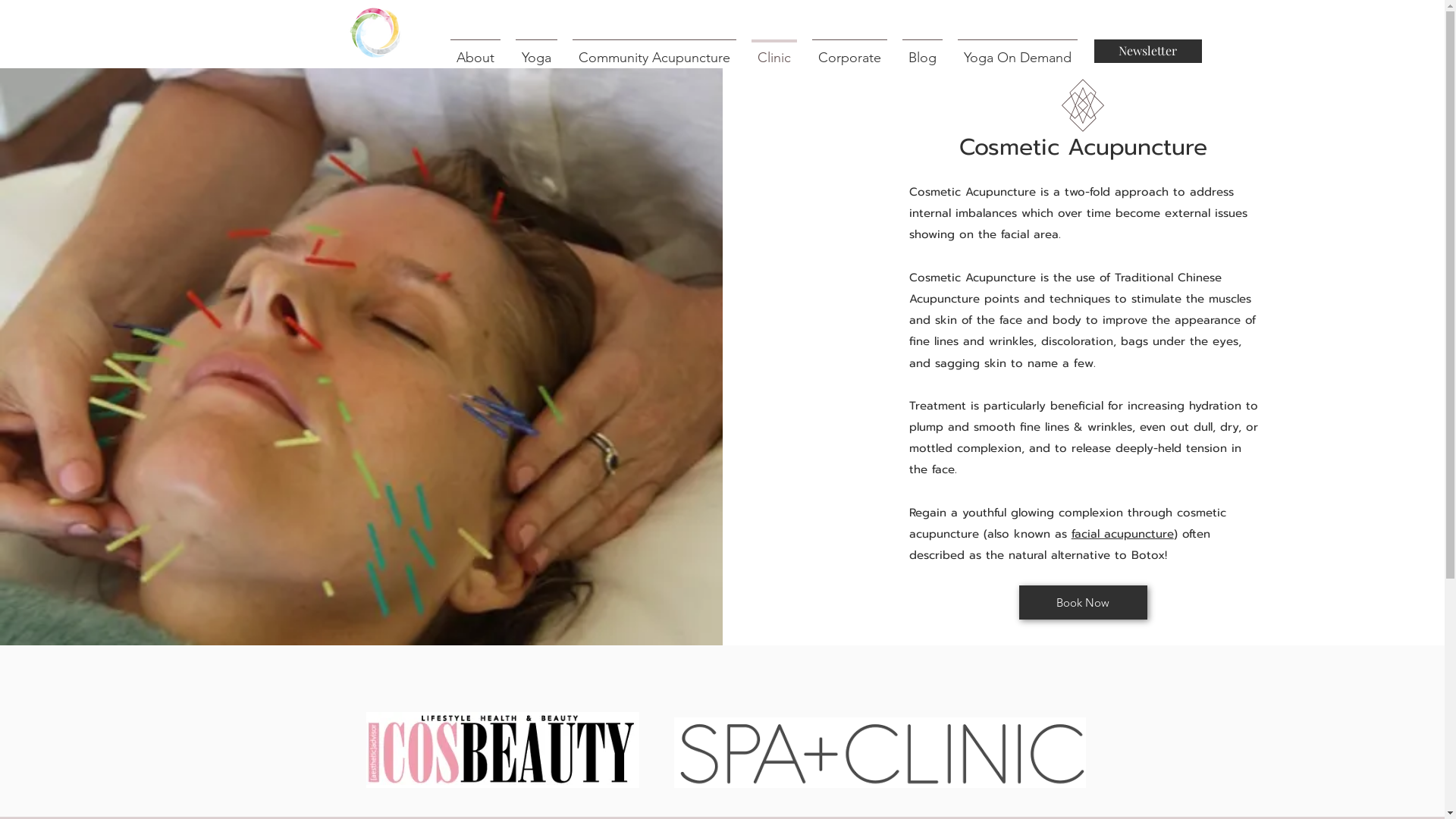 Image resolution: width=1456 pixels, height=819 pixels. What do you see at coordinates (502, 748) in the screenshot?
I see `'CBMAA_LOGO-360x100-1.webp'` at bounding box center [502, 748].